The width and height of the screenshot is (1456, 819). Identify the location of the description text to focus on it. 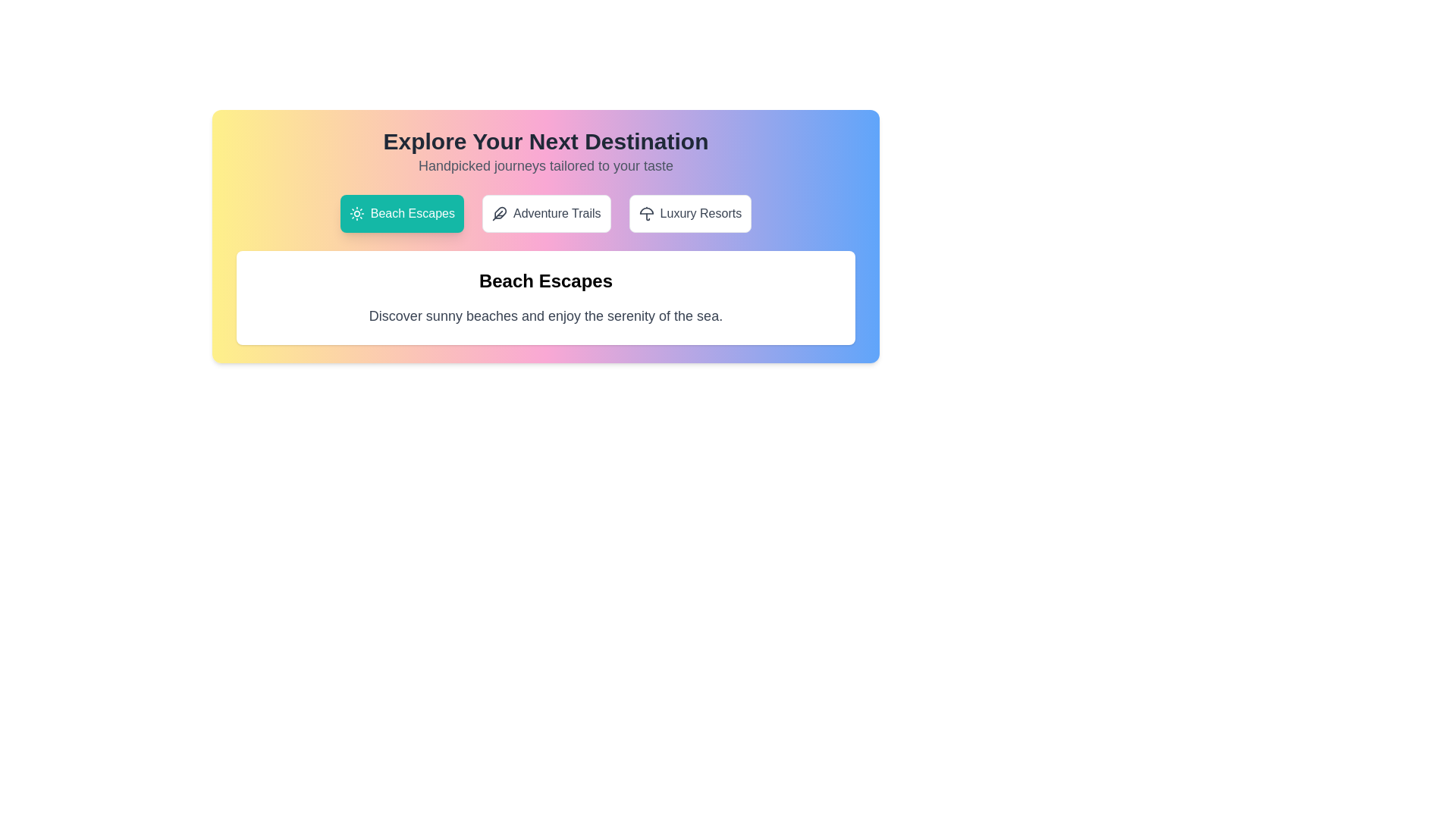
(546, 315).